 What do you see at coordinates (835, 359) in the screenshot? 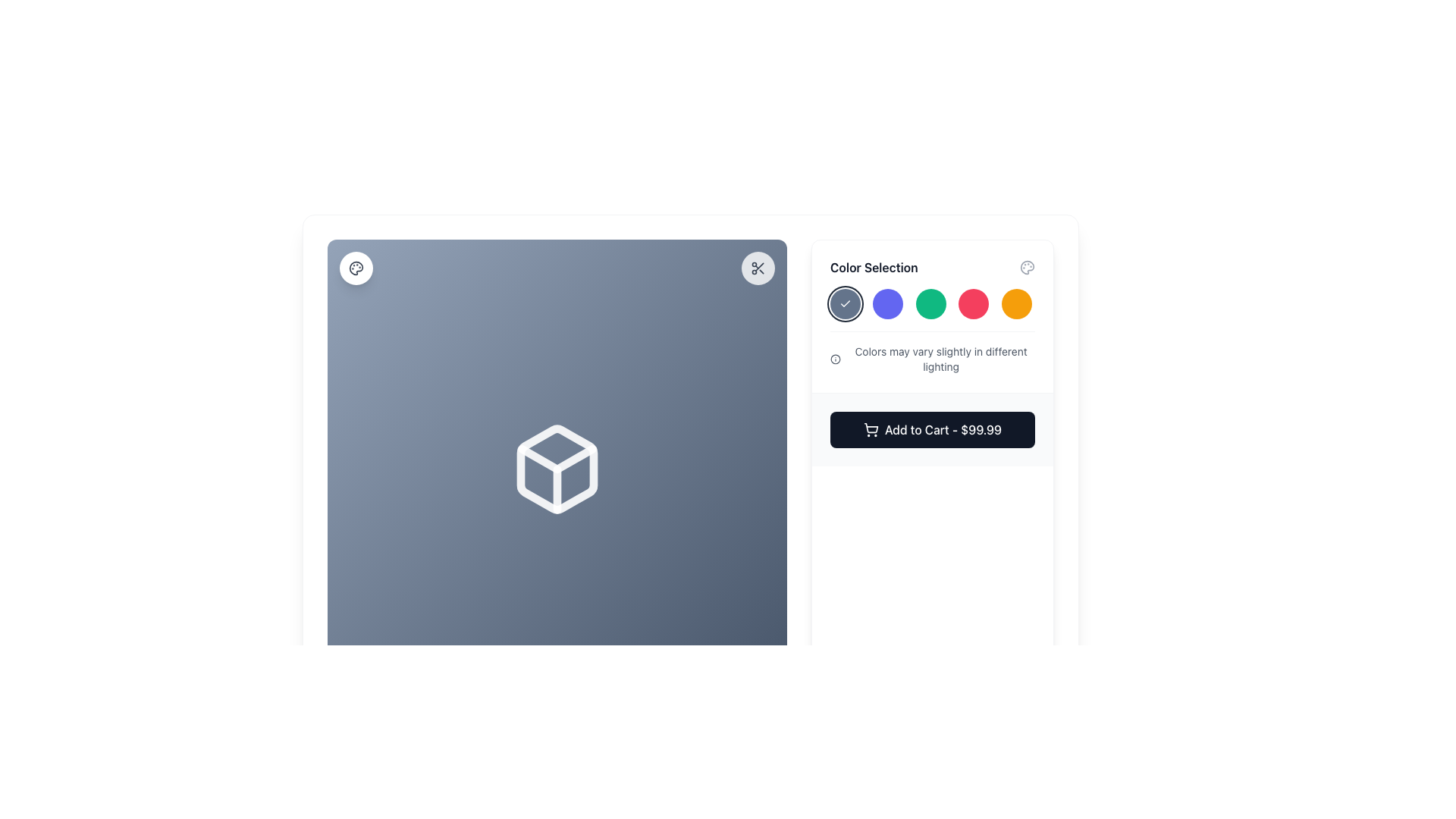
I see `the circular outline of the 'info' icon located in the top-right section of the main panel` at bounding box center [835, 359].